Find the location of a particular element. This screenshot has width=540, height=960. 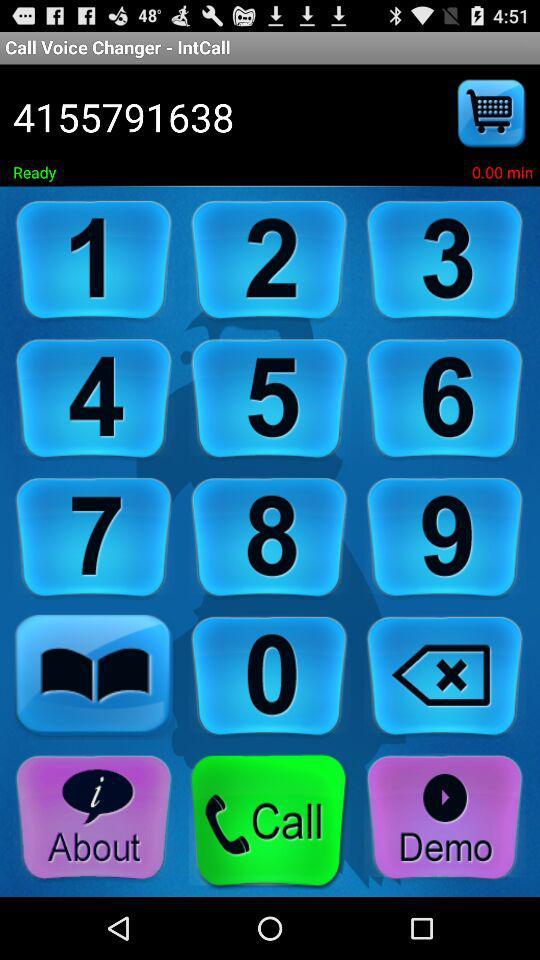

the cart icon is located at coordinates (492, 124).